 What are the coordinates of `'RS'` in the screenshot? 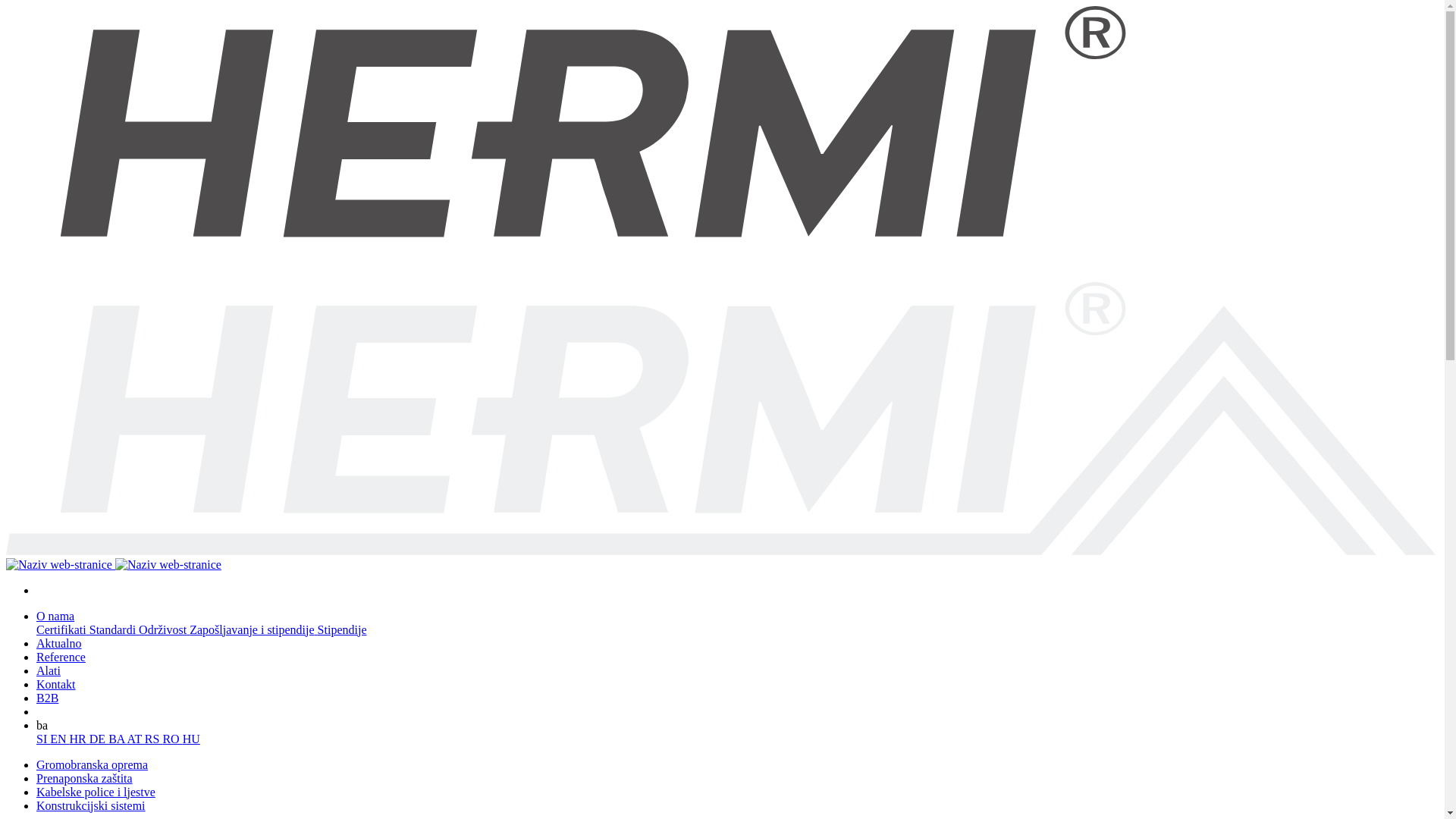 It's located at (153, 738).